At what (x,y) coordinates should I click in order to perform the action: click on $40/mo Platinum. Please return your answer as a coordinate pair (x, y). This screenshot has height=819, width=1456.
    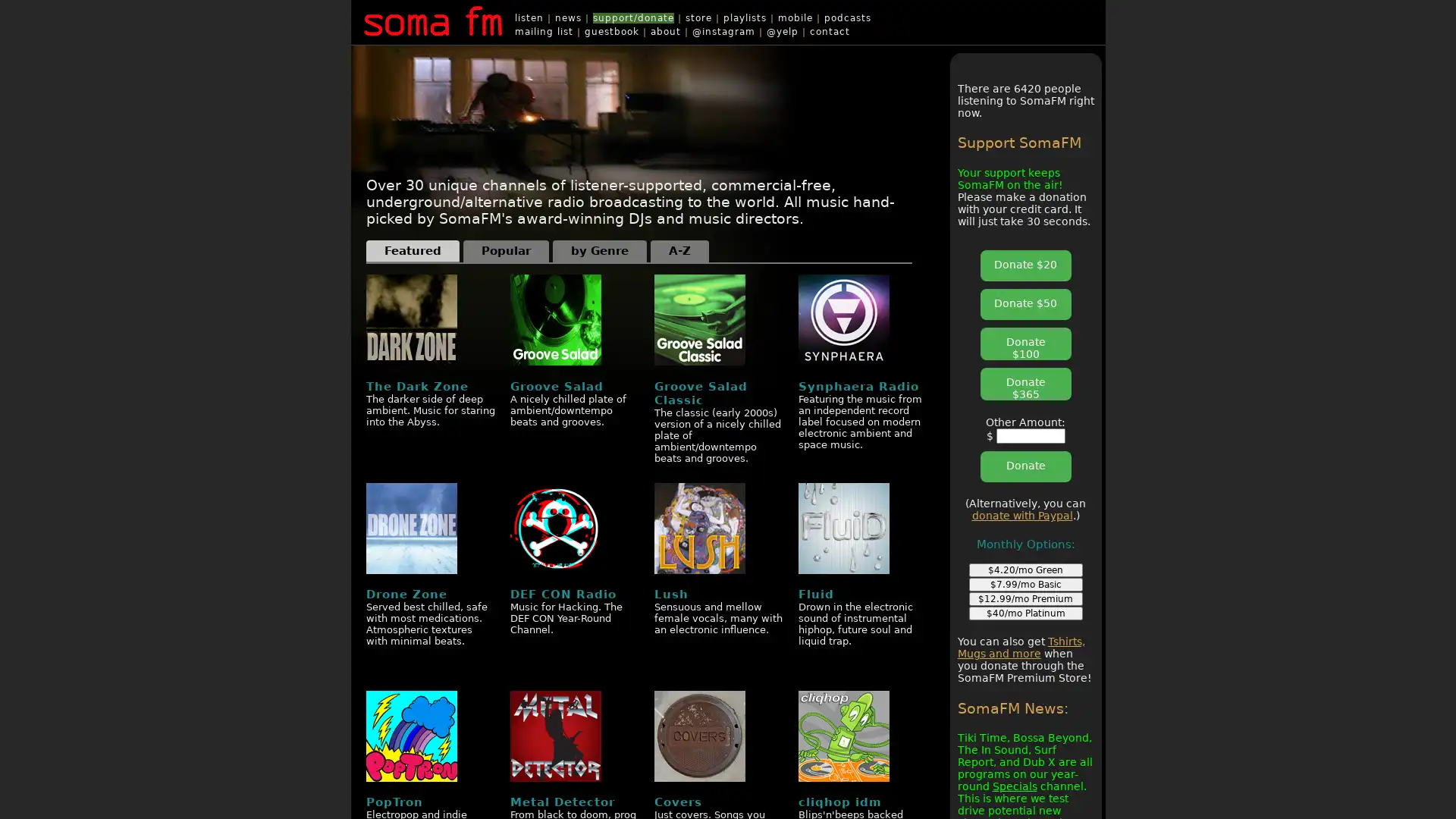
    Looking at the image, I should click on (1025, 611).